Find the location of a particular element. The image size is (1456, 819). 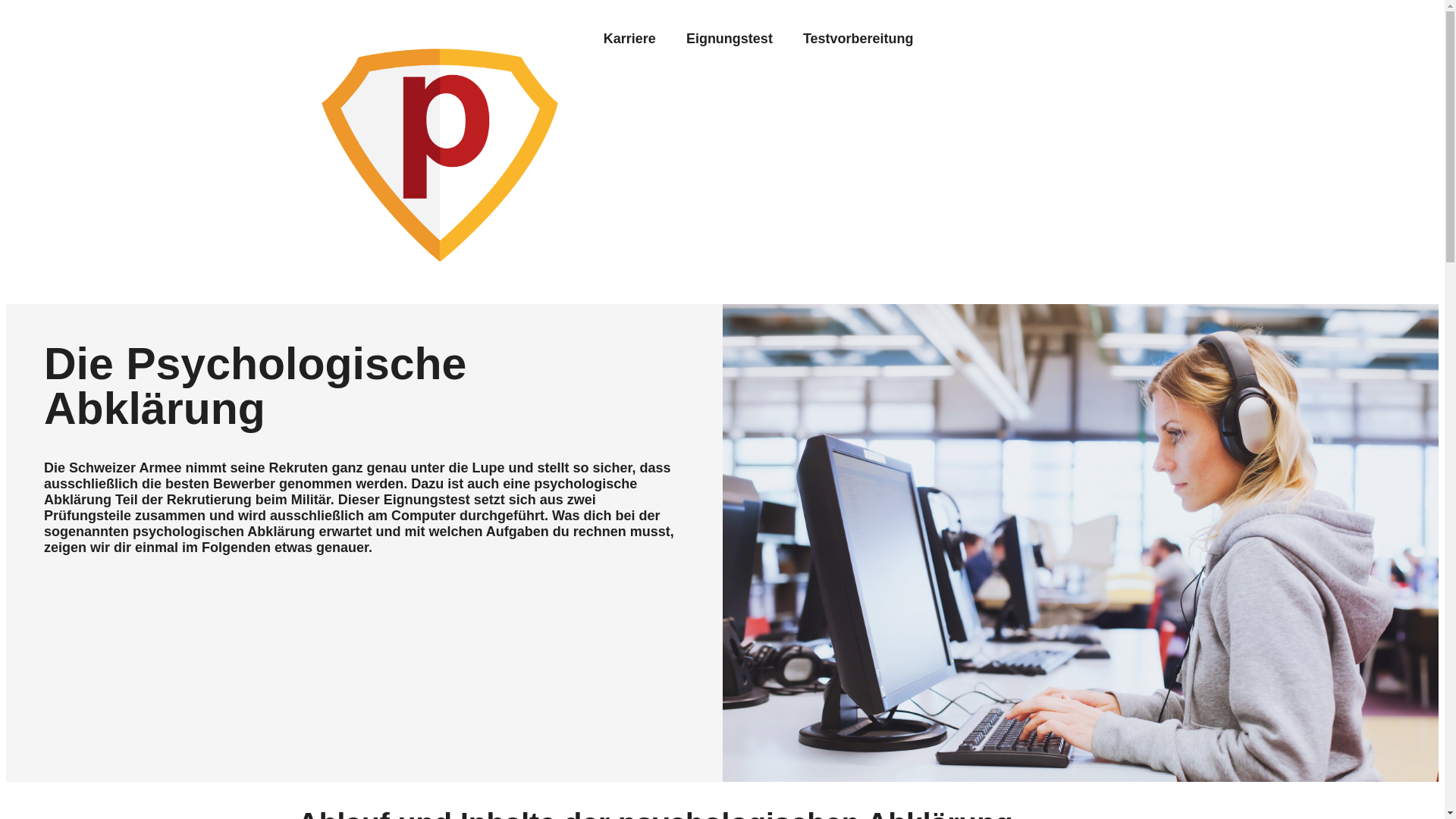

'Testvorbereitung' is located at coordinates (858, 37).